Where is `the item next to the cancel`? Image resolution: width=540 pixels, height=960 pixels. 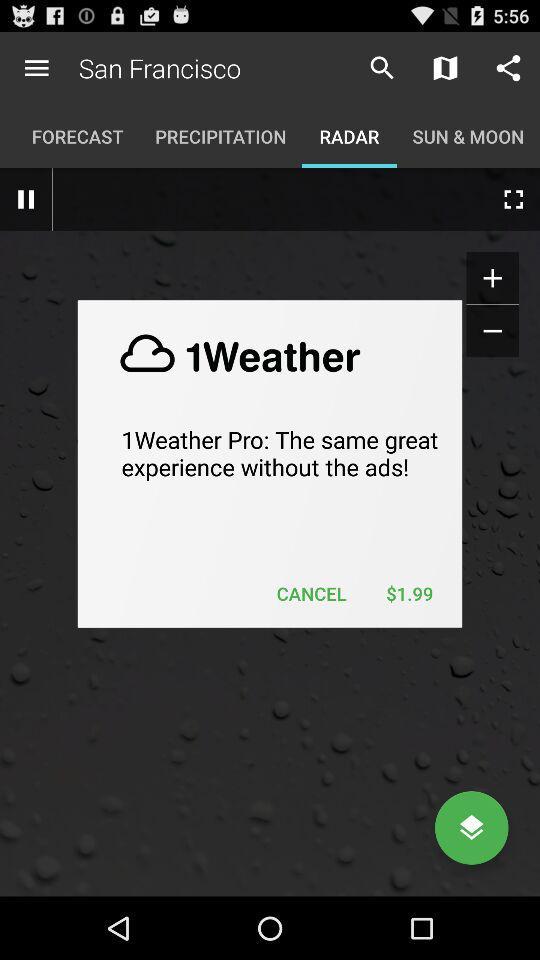
the item next to the cancel is located at coordinates (408, 593).